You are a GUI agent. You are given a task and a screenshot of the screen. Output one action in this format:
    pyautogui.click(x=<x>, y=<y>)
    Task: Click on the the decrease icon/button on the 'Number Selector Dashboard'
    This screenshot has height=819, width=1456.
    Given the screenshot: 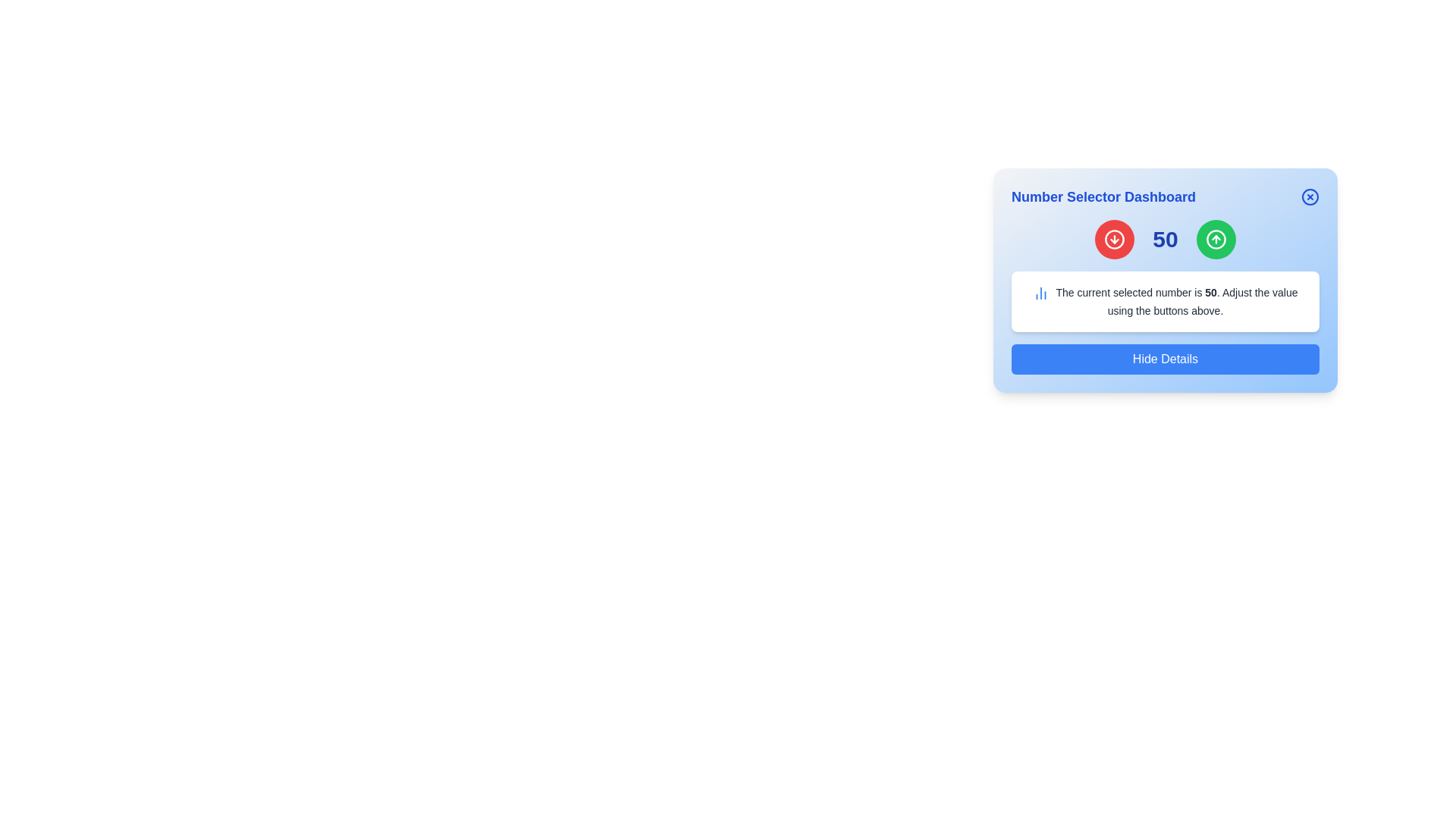 What is the action you would take?
    pyautogui.click(x=1114, y=239)
    